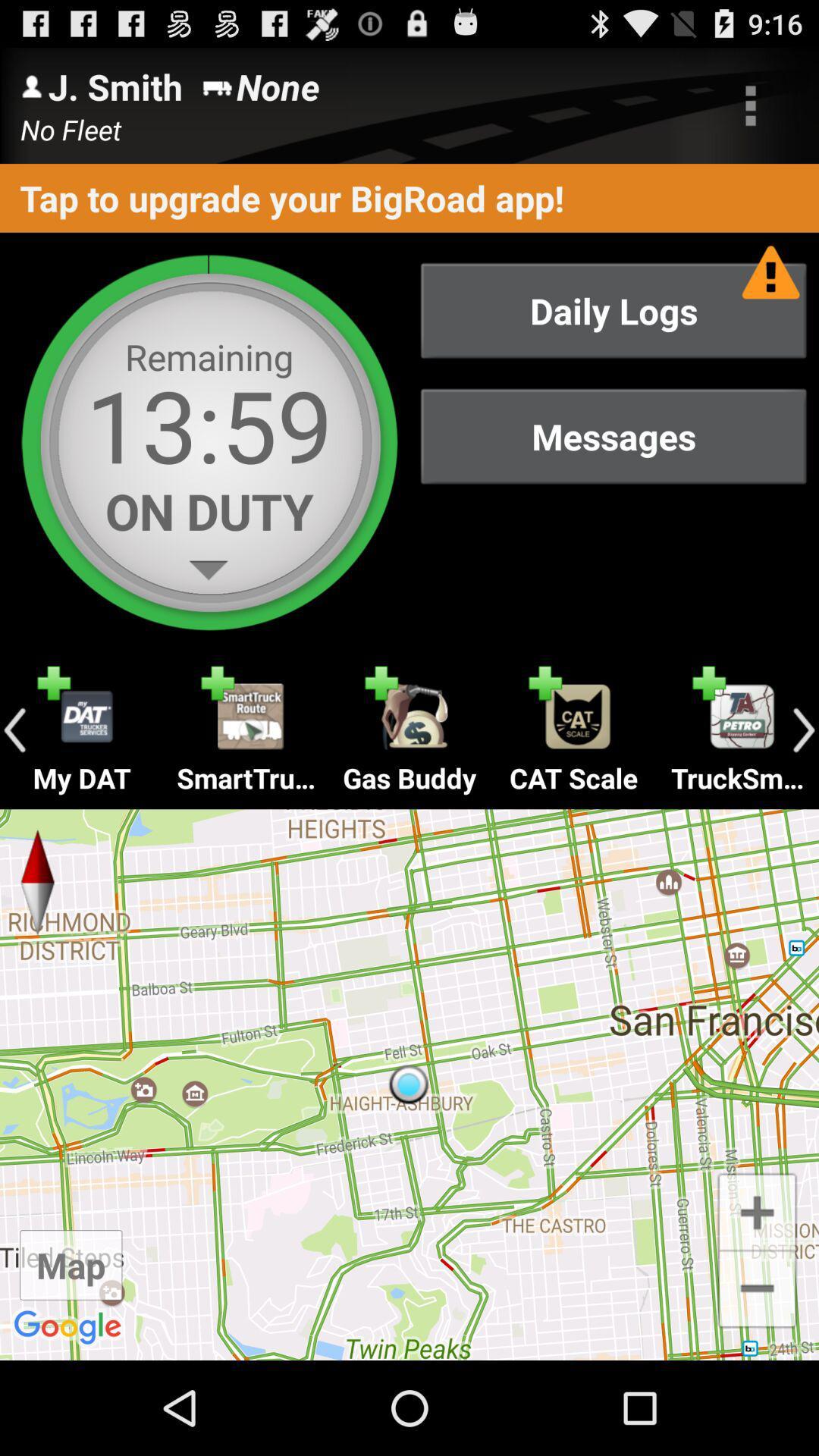 The image size is (819, 1456). What do you see at coordinates (757, 1210) in the screenshot?
I see `zoom` at bounding box center [757, 1210].